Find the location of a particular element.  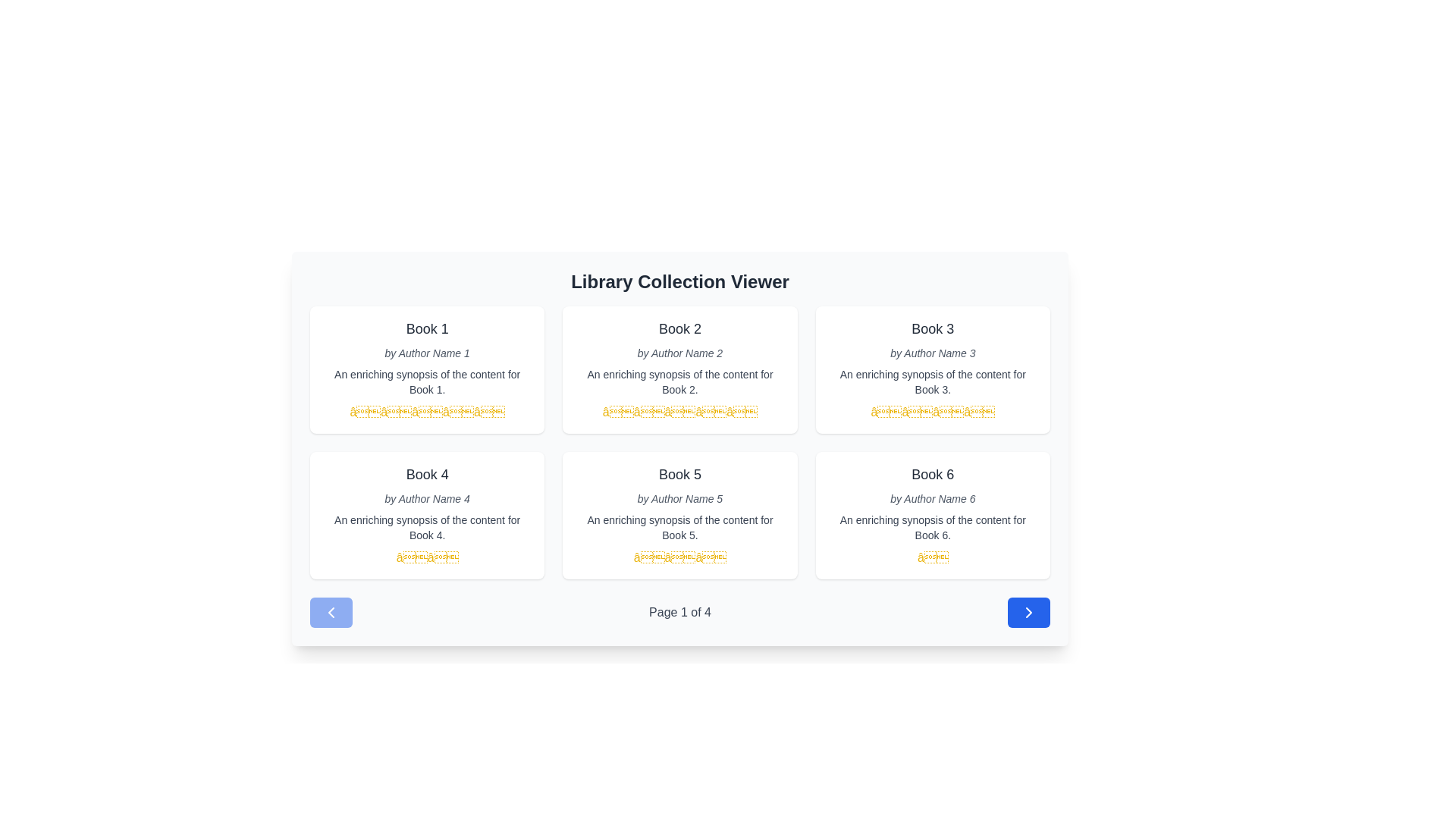

the fourth star in the rating system for 'Book 2', which serves as a visual indicator of one unit in the rating is located at coordinates (710, 412).